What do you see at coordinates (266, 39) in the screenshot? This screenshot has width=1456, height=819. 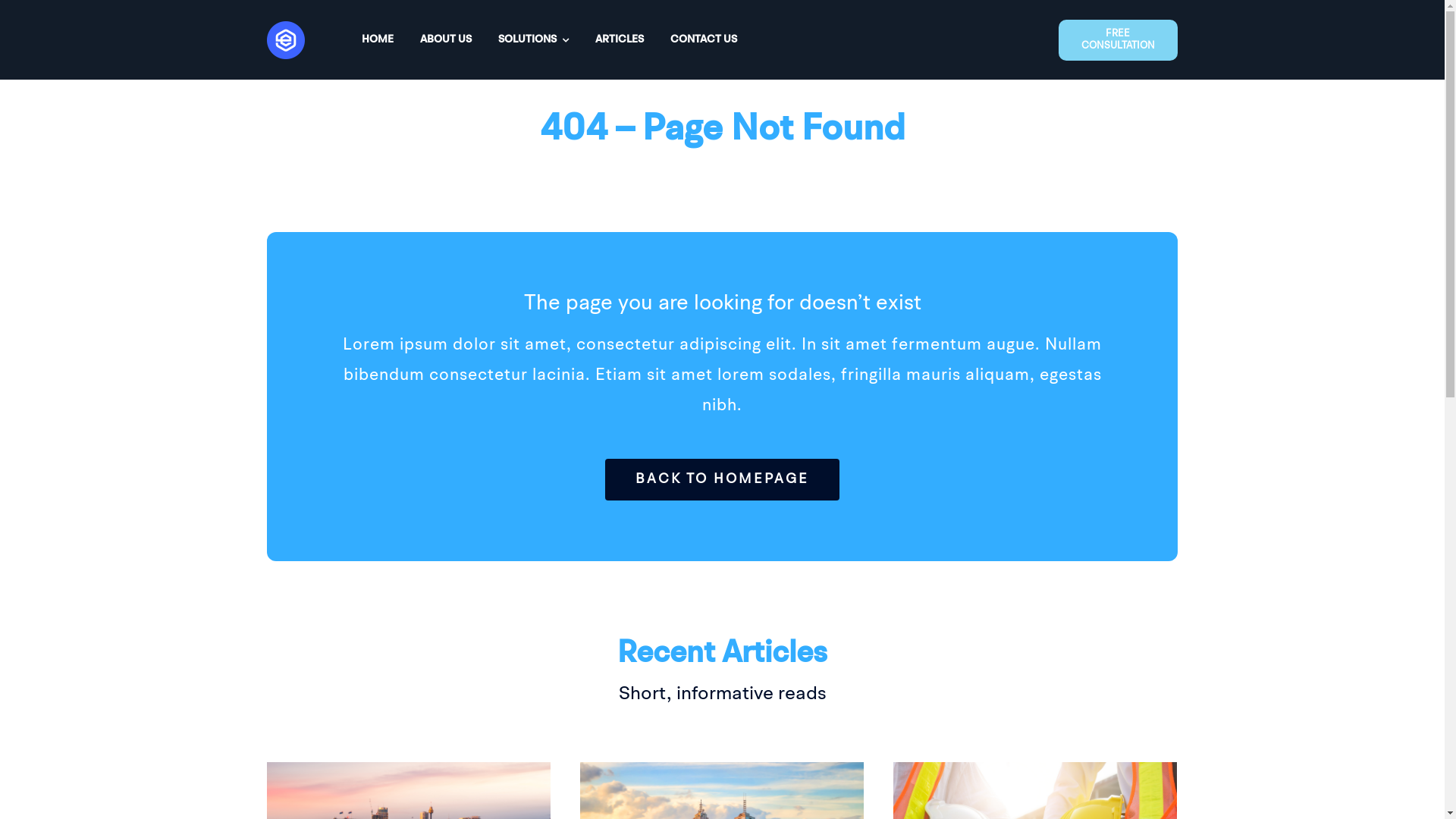 I see `'Asset 1Eighteen33'` at bounding box center [266, 39].